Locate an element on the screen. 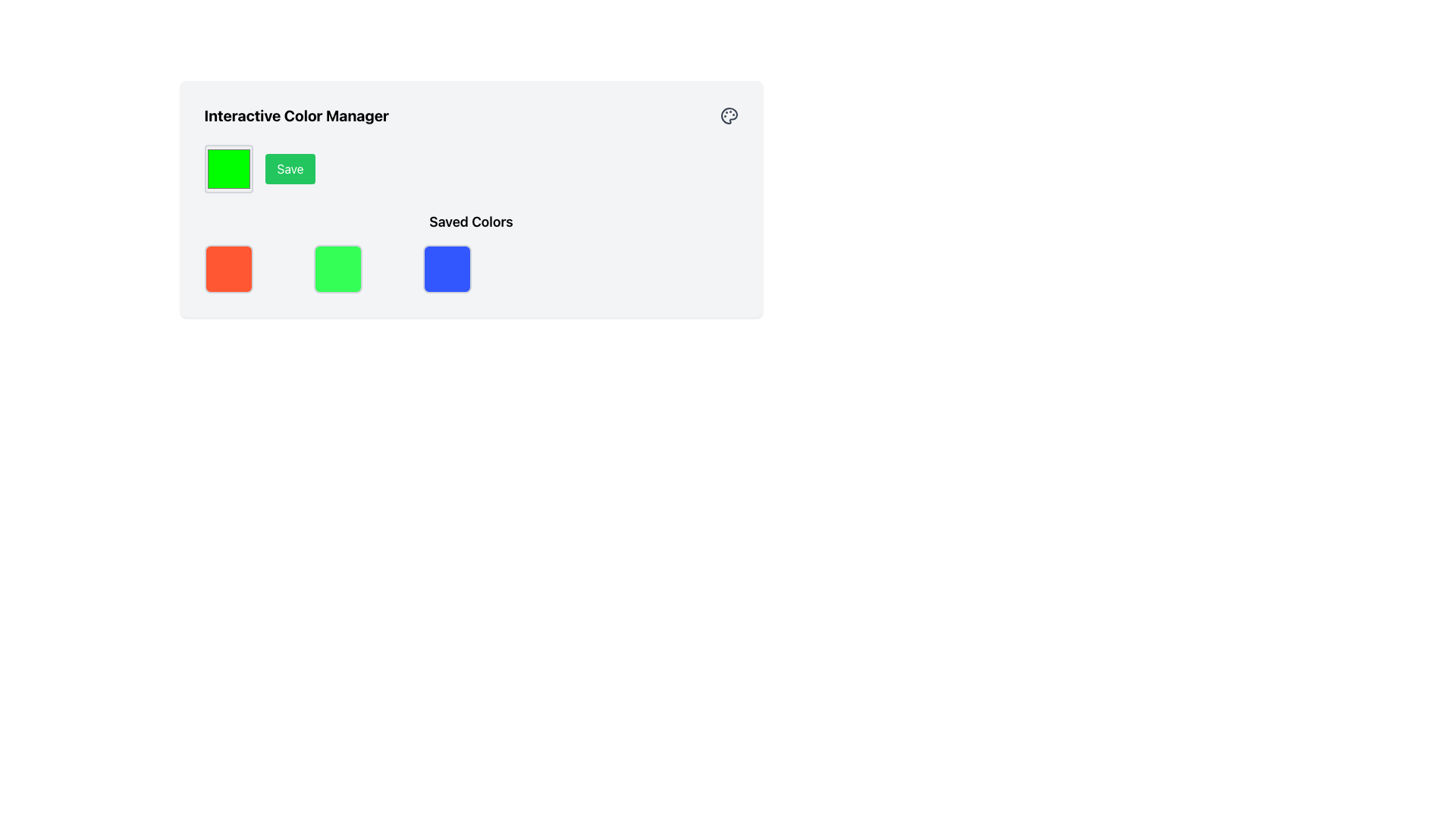 This screenshot has height=819, width=1456. the color palette icon located at the top-right corner of the 'Interactive Color Manager' section, which serves as a visual aid for color selection is located at coordinates (729, 115).